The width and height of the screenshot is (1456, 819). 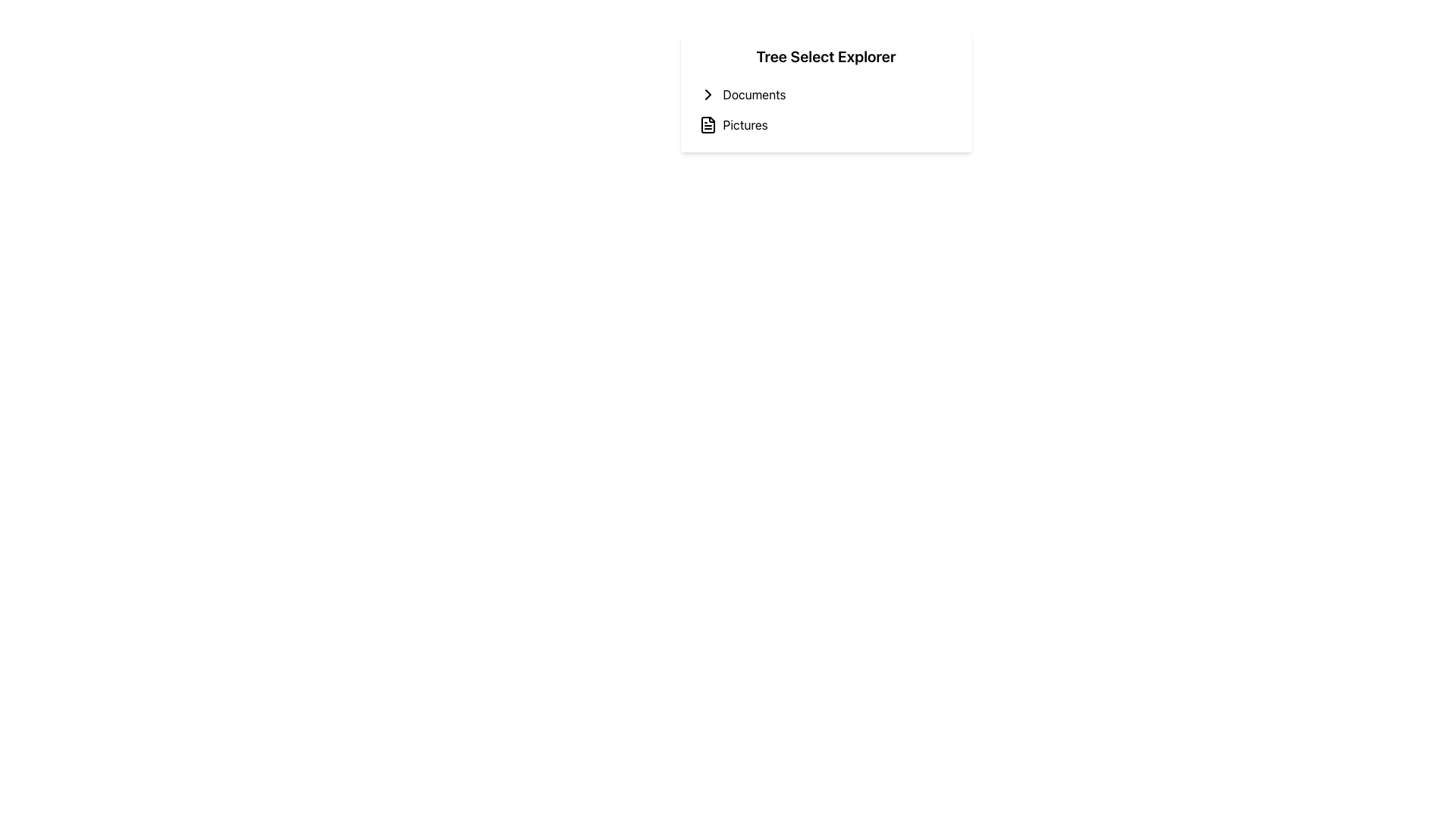 What do you see at coordinates (707, 94) in the screenshot?
I see `the chevron/arrow icon that indicates an expandable or collapsible state associated with the Documents label for visual feedback` at bounding box center [707, 94].